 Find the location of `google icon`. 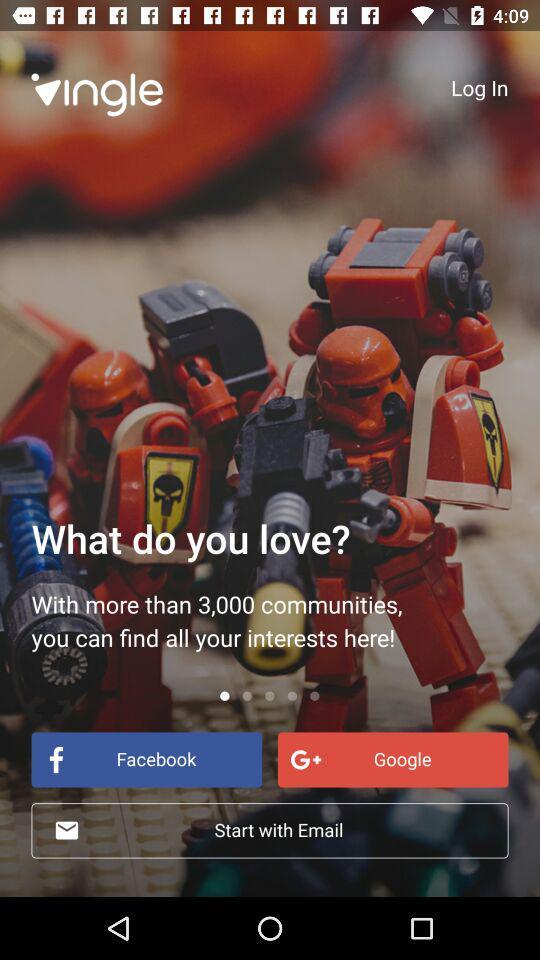

google icon is located at coordinates (393, 758).